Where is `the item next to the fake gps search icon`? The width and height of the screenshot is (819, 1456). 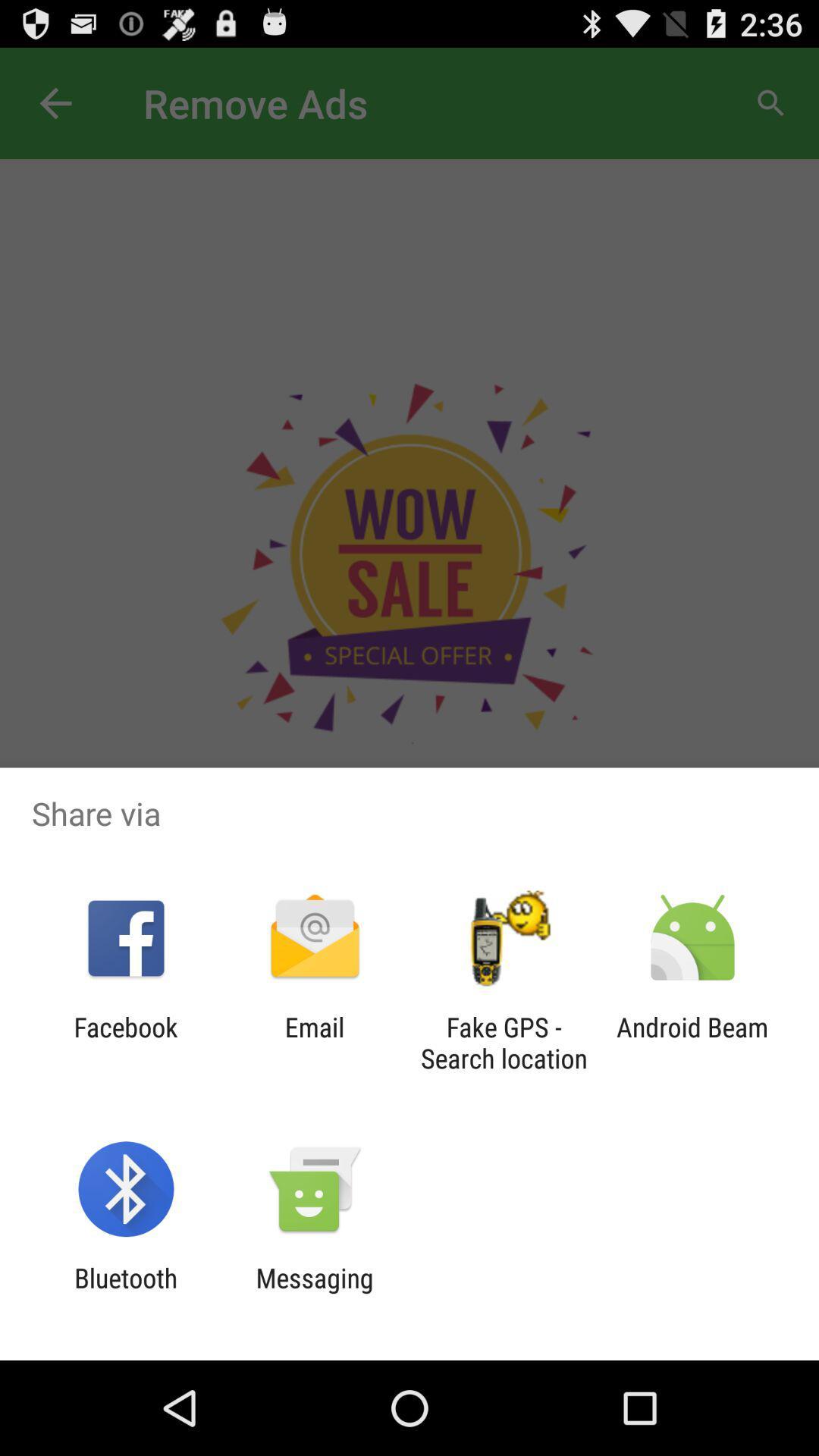
the item next to the fake gps search icon is located at coordinates (692, 1042).